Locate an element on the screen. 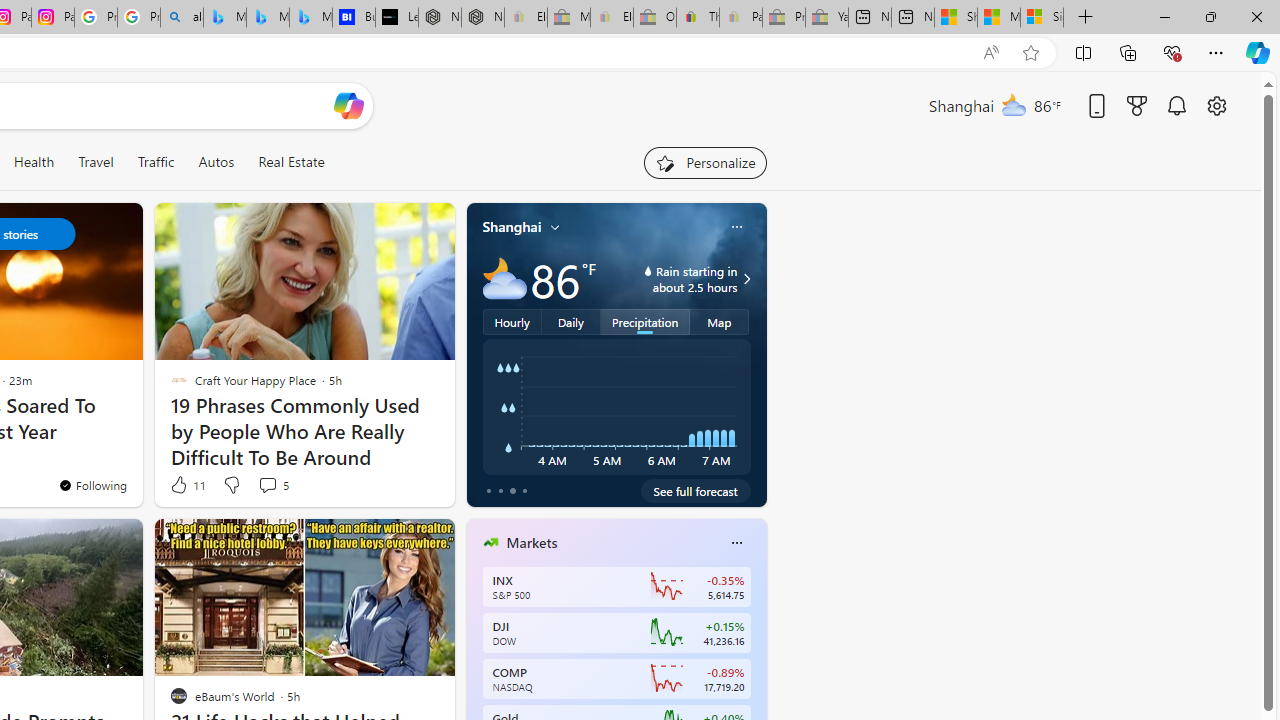 The height and width of the screenshot is (720, 1280). 'Real Estate' is located at coordinates (290, 161).